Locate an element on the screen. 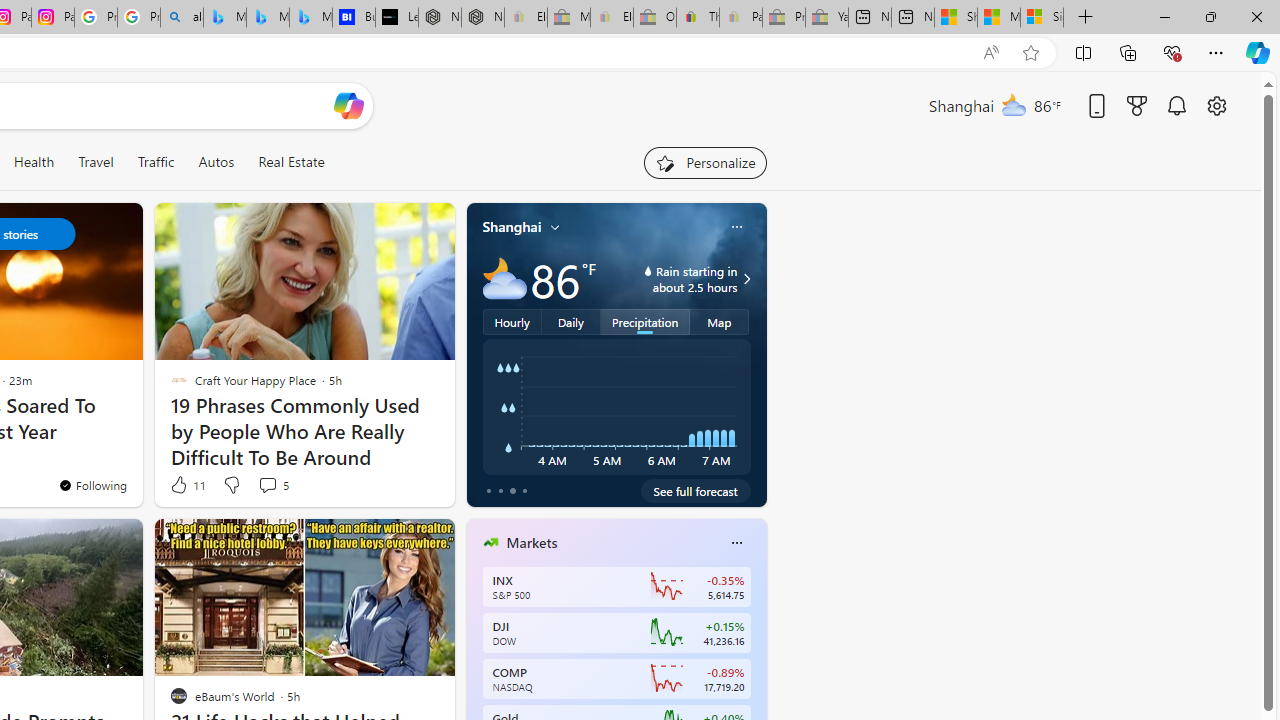 The height and width of the screenshot is (720, 1280). 'Real Estate' is located at coordinates (290, 161).